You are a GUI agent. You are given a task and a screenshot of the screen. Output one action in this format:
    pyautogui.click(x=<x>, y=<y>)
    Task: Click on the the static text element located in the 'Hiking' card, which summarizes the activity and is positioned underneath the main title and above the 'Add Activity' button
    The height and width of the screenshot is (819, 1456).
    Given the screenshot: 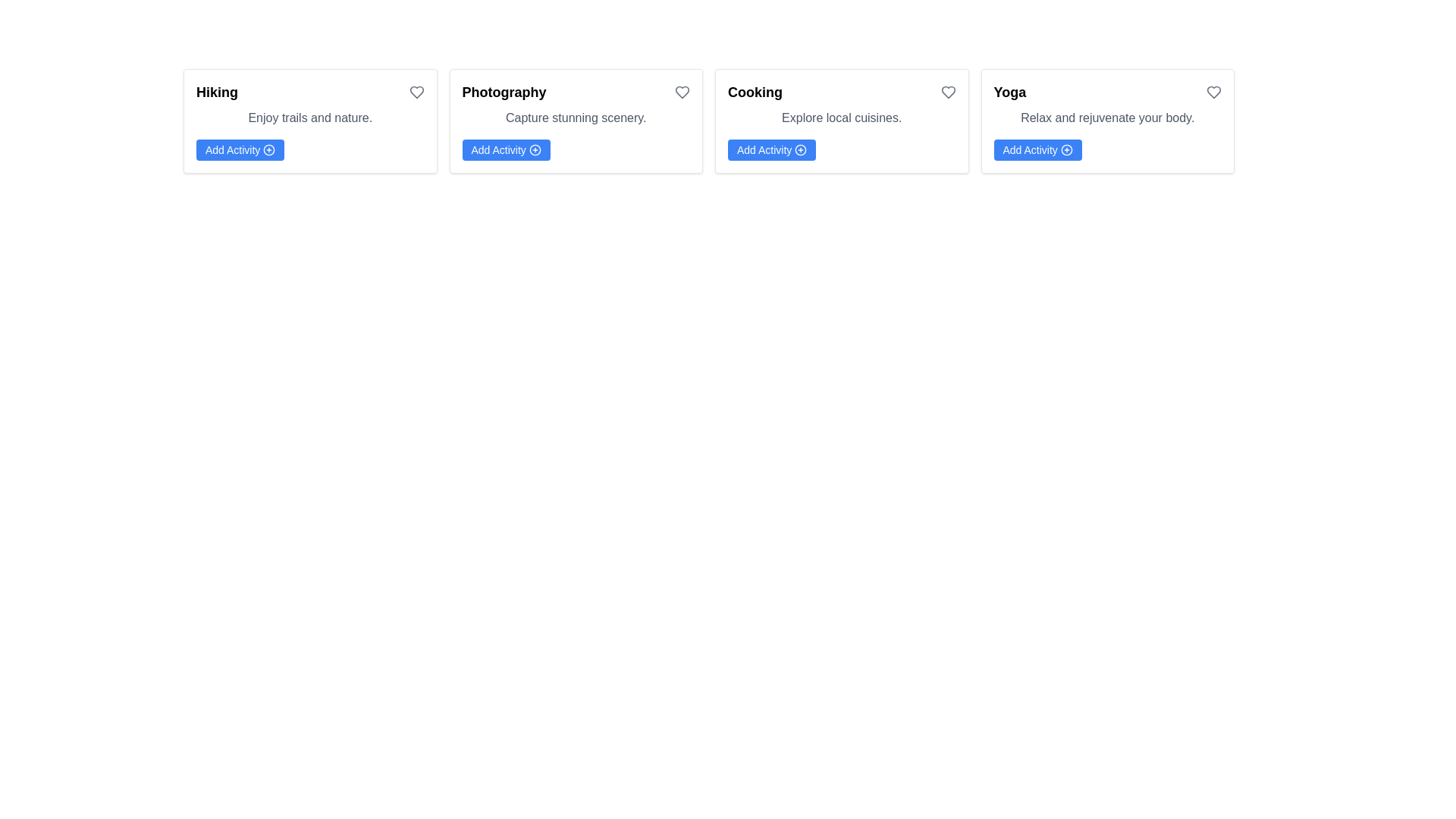 What is the action you would take?
    pyautogui.click(x=309, y=117)
    